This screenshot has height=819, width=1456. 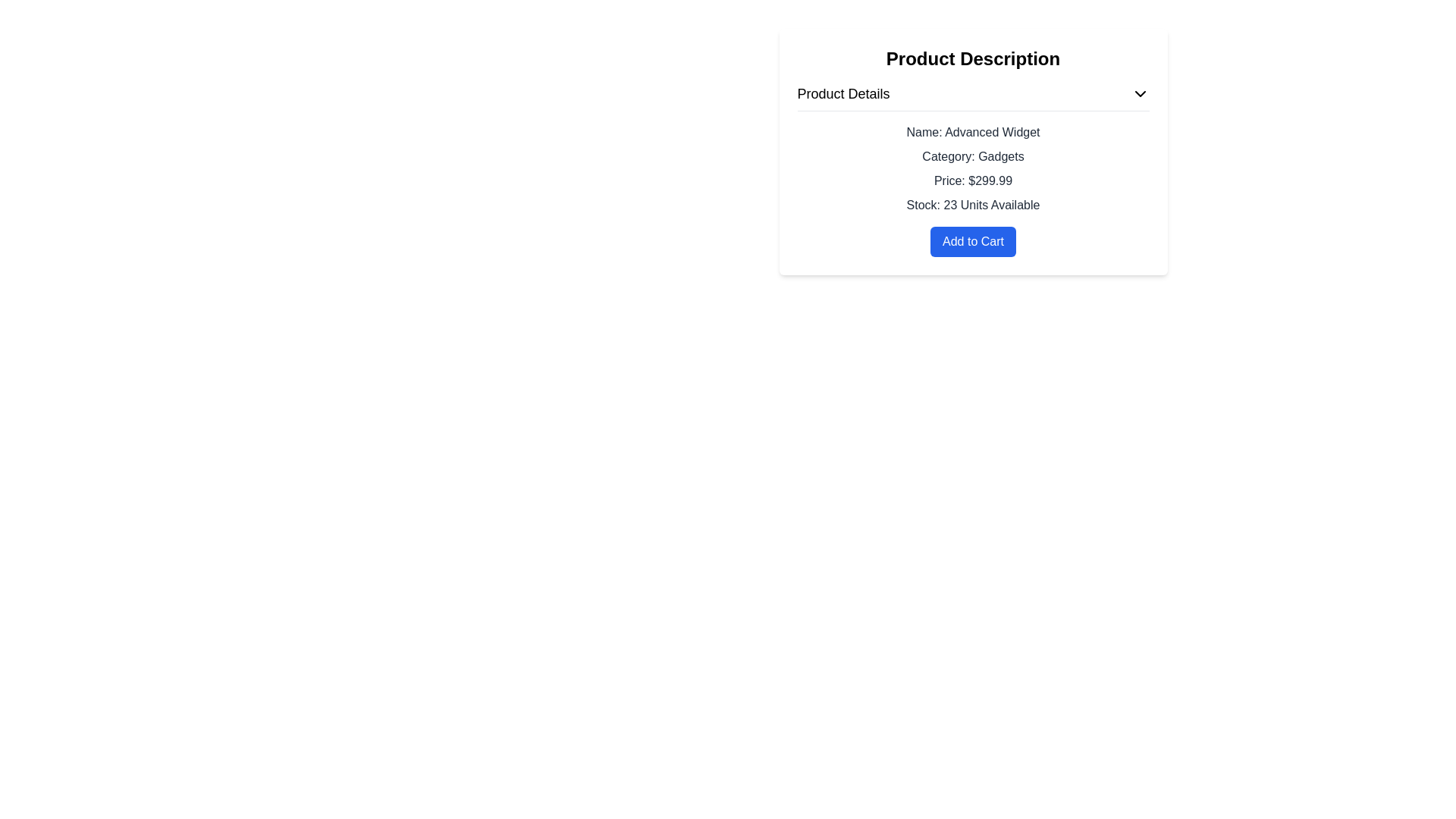 I want to click on the downward-pointing chevron arrow icon button located to the right of the 'Product Details' section header, so click(x=1140, y=93).